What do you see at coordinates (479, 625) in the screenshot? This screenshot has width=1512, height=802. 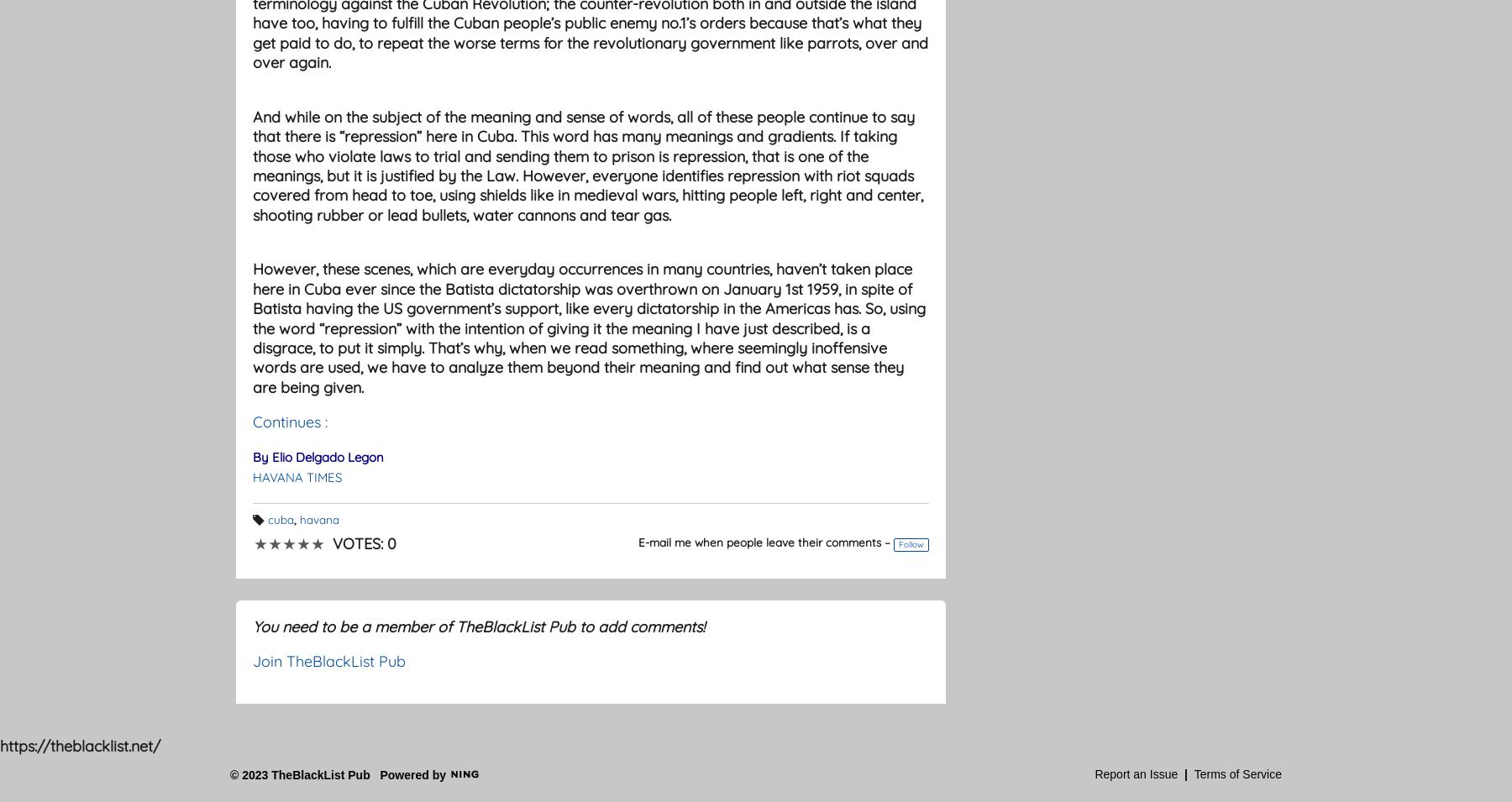 I see `'You need to be a member of TheBlackList Pub to add comments!'` at bounding box center [479, 625].